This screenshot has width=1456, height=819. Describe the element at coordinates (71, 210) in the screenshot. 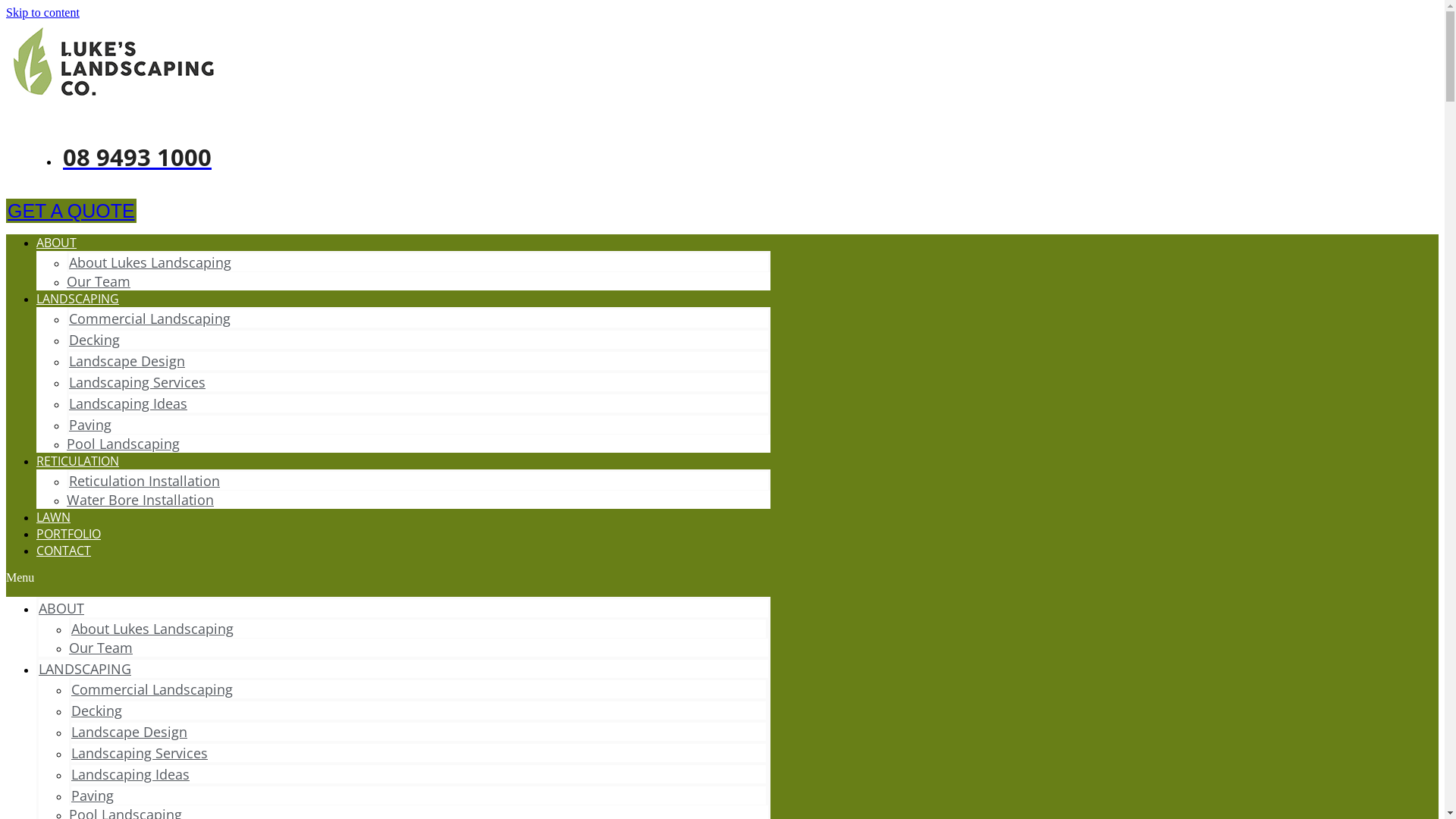

I see `'GET A QUOTE'` at that location.